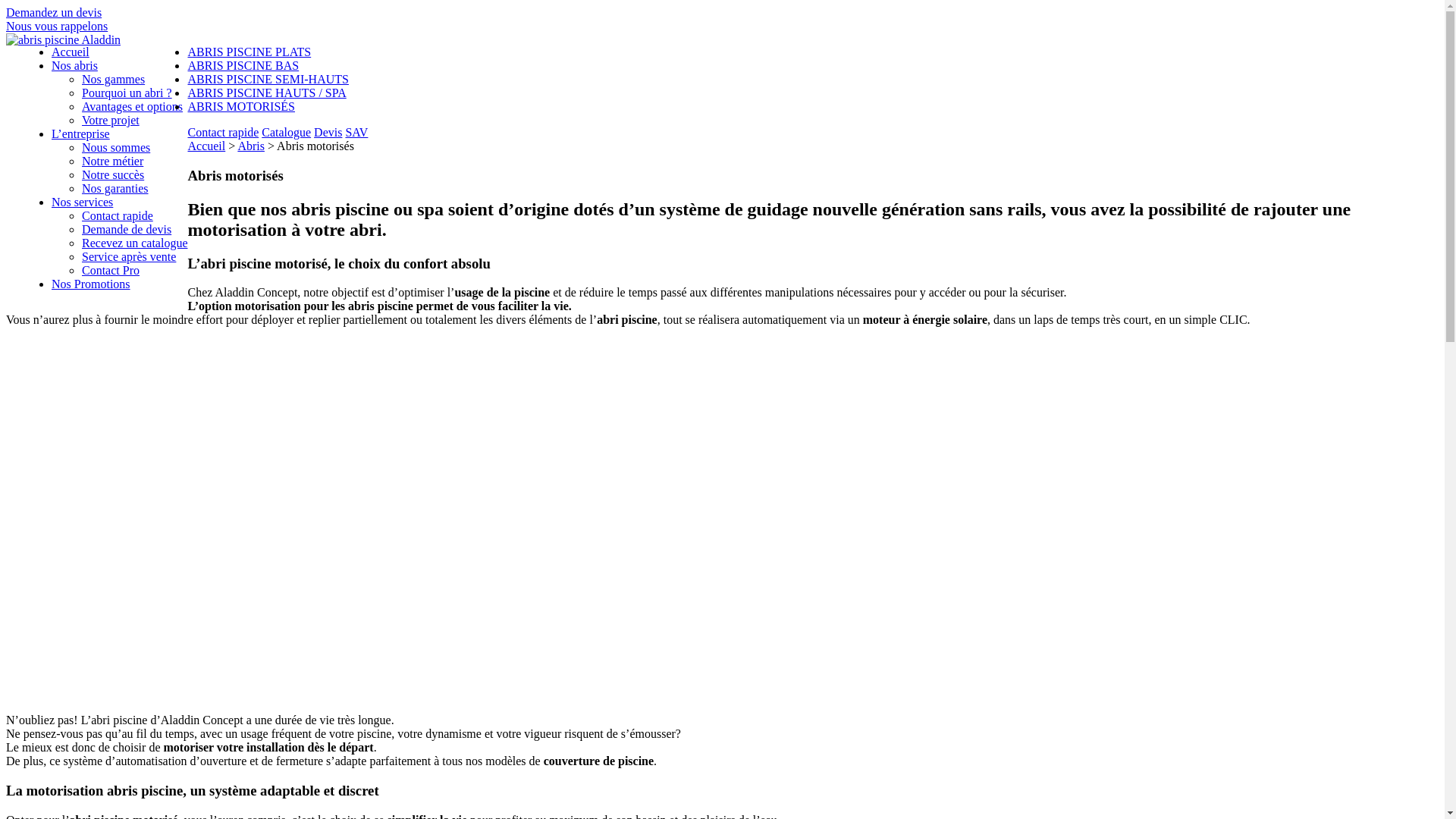 Image resolution: width=1456 pixels, height=819 pixels. Describe the element at coordinates (90, 284) in the screenshot. I see `'Nos Promotions'` at that location.